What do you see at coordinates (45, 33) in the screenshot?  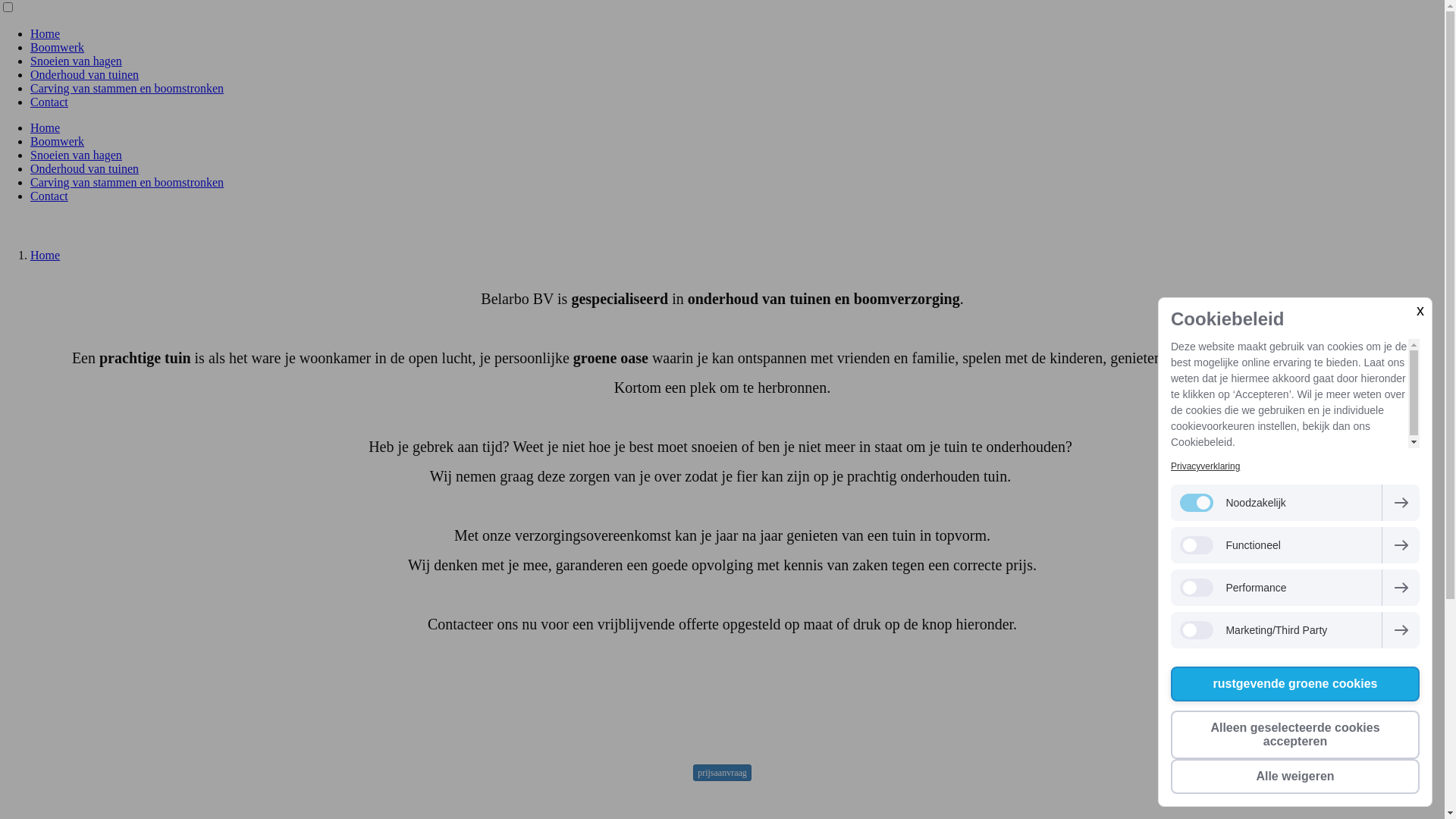 I see `'Home'` at bounding box center [45, 33].